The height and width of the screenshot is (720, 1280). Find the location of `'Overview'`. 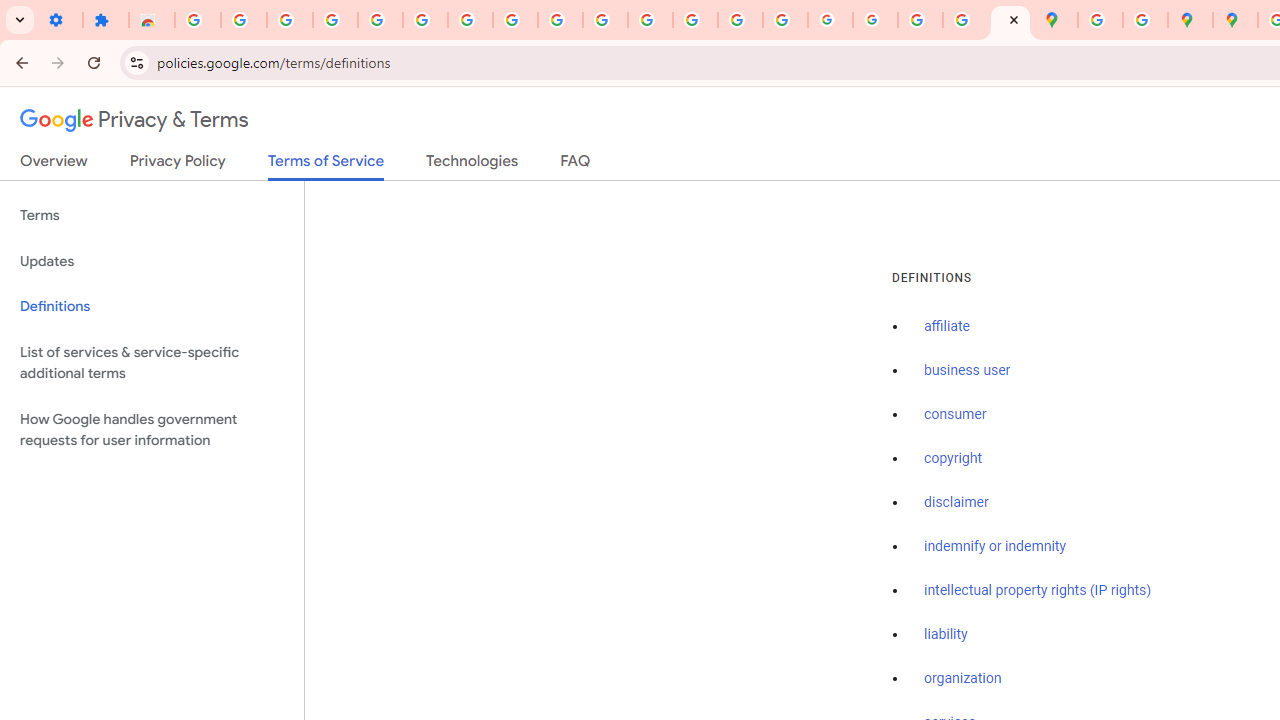

'Overview' is located at coordinates (54, 164).